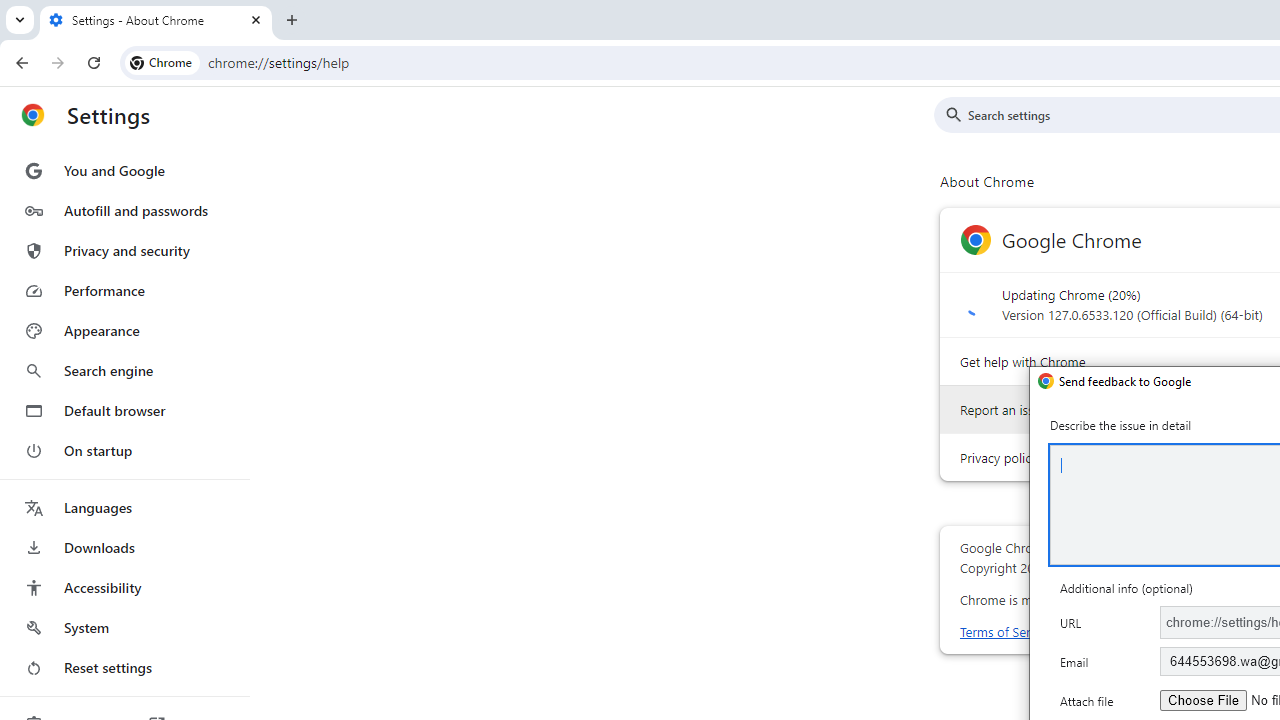 The image size is (1280, 720). I want to click on 'Autofill and passwords', so click(123, 210).